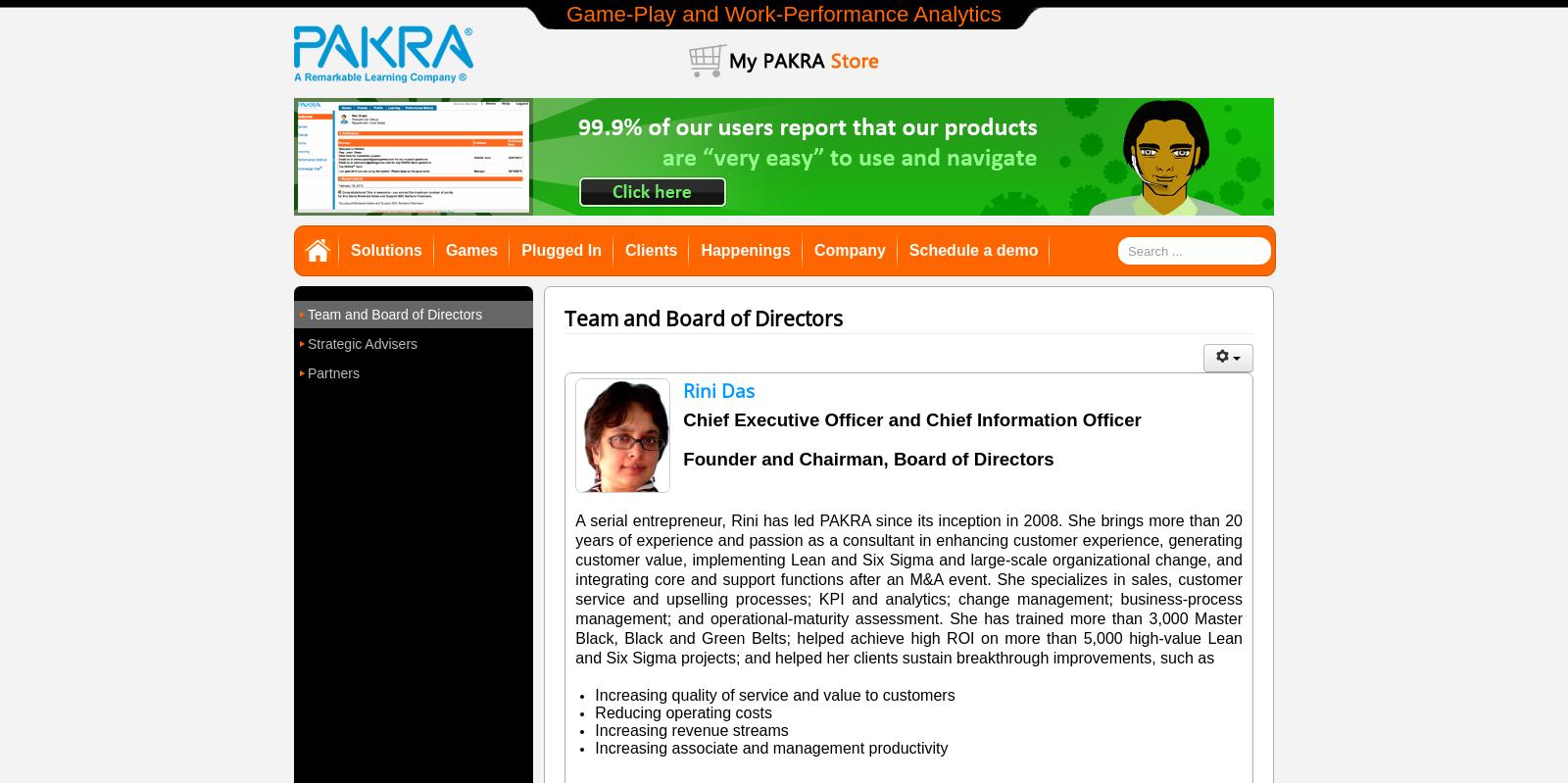 The image size is (1568, 783). I want to click on 'Partners', so click(308, 372).